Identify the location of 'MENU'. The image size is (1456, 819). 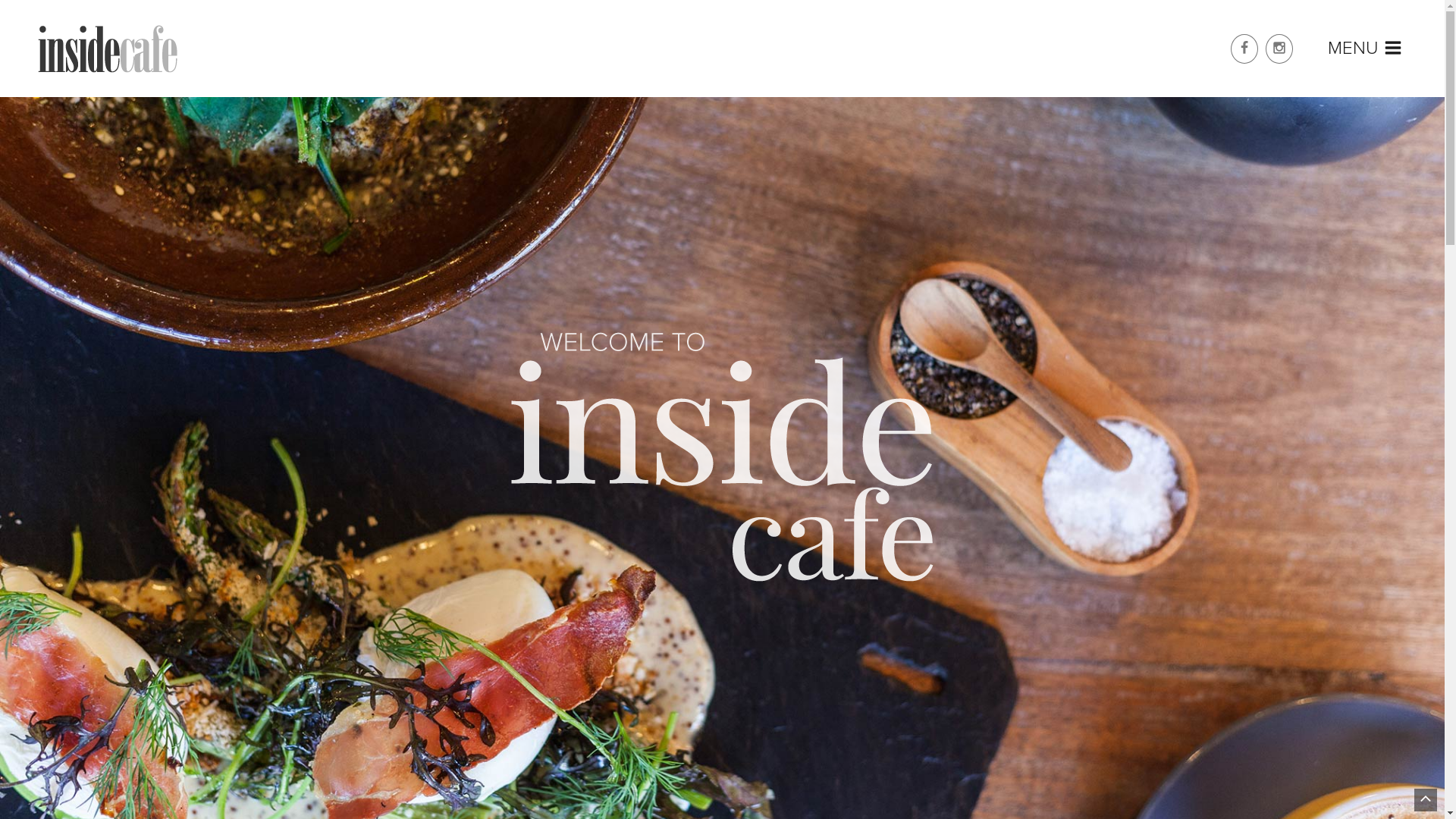
(1365, 49).